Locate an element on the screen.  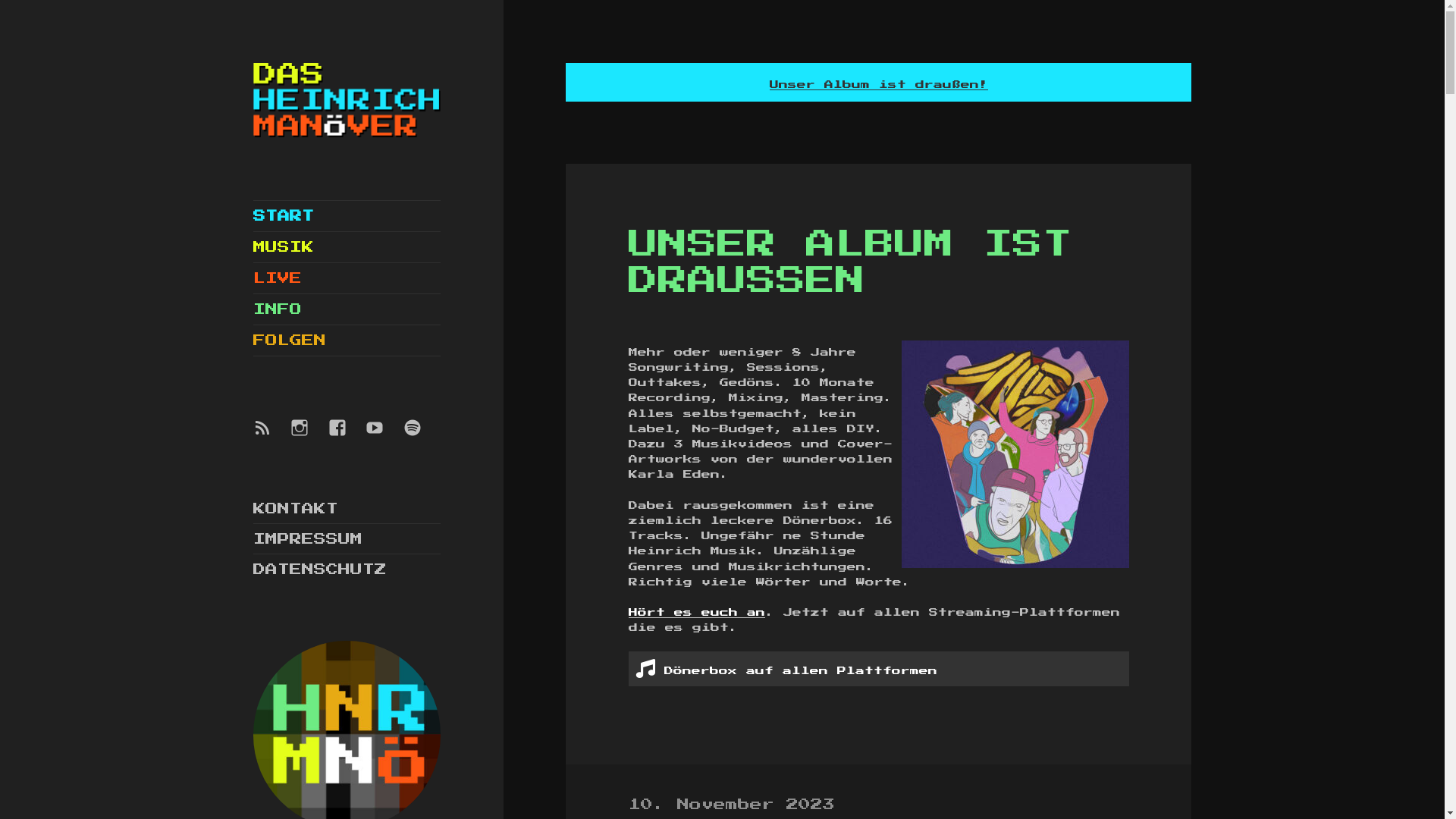
'IMPRESSUM' is located at coordinates (307, 538).